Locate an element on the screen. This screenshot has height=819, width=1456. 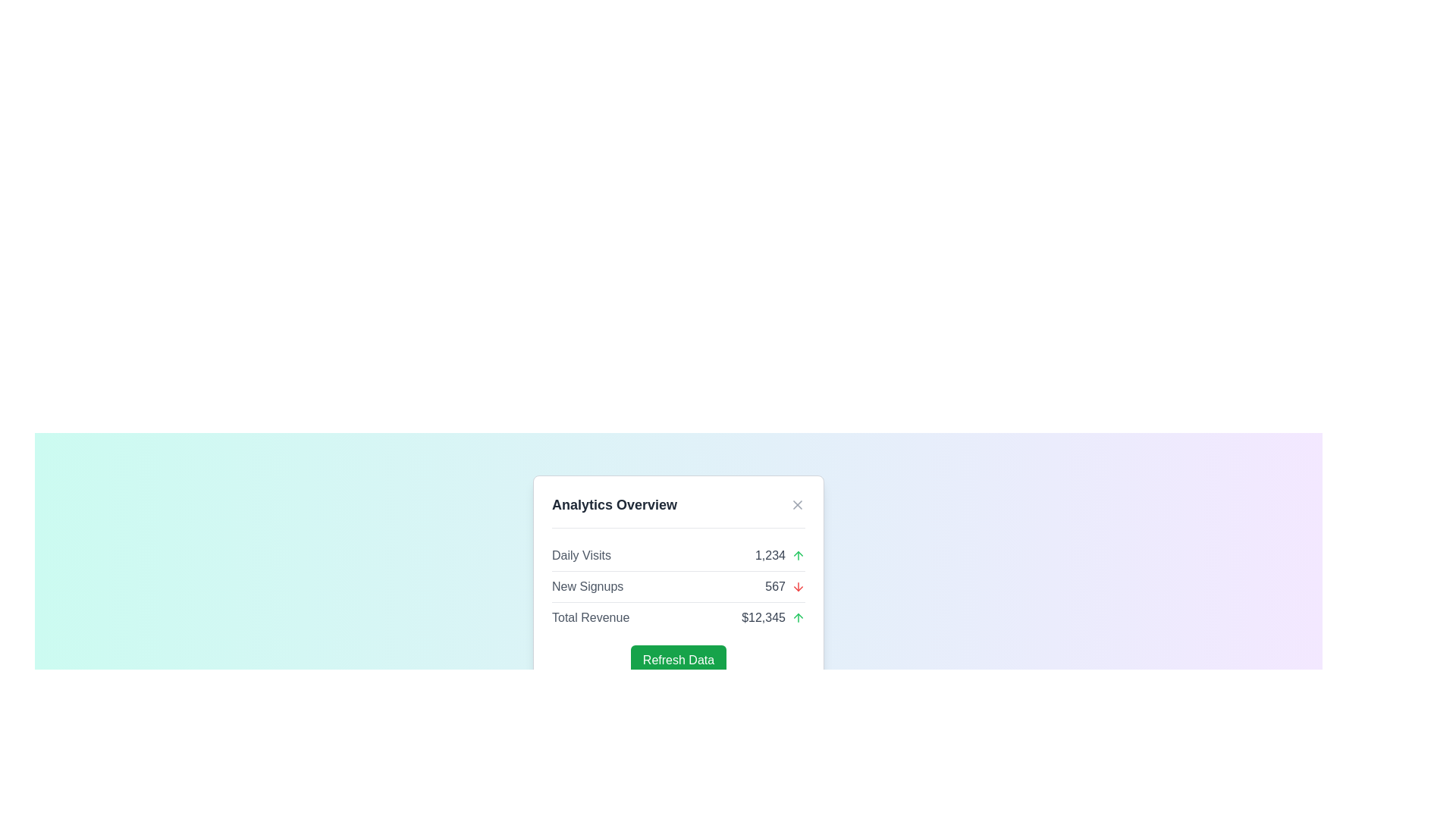
the Text Display showing '$12,345' under 'Total Revenue' in the 'Analytics Overview' section is located at coordinates (764, 617).